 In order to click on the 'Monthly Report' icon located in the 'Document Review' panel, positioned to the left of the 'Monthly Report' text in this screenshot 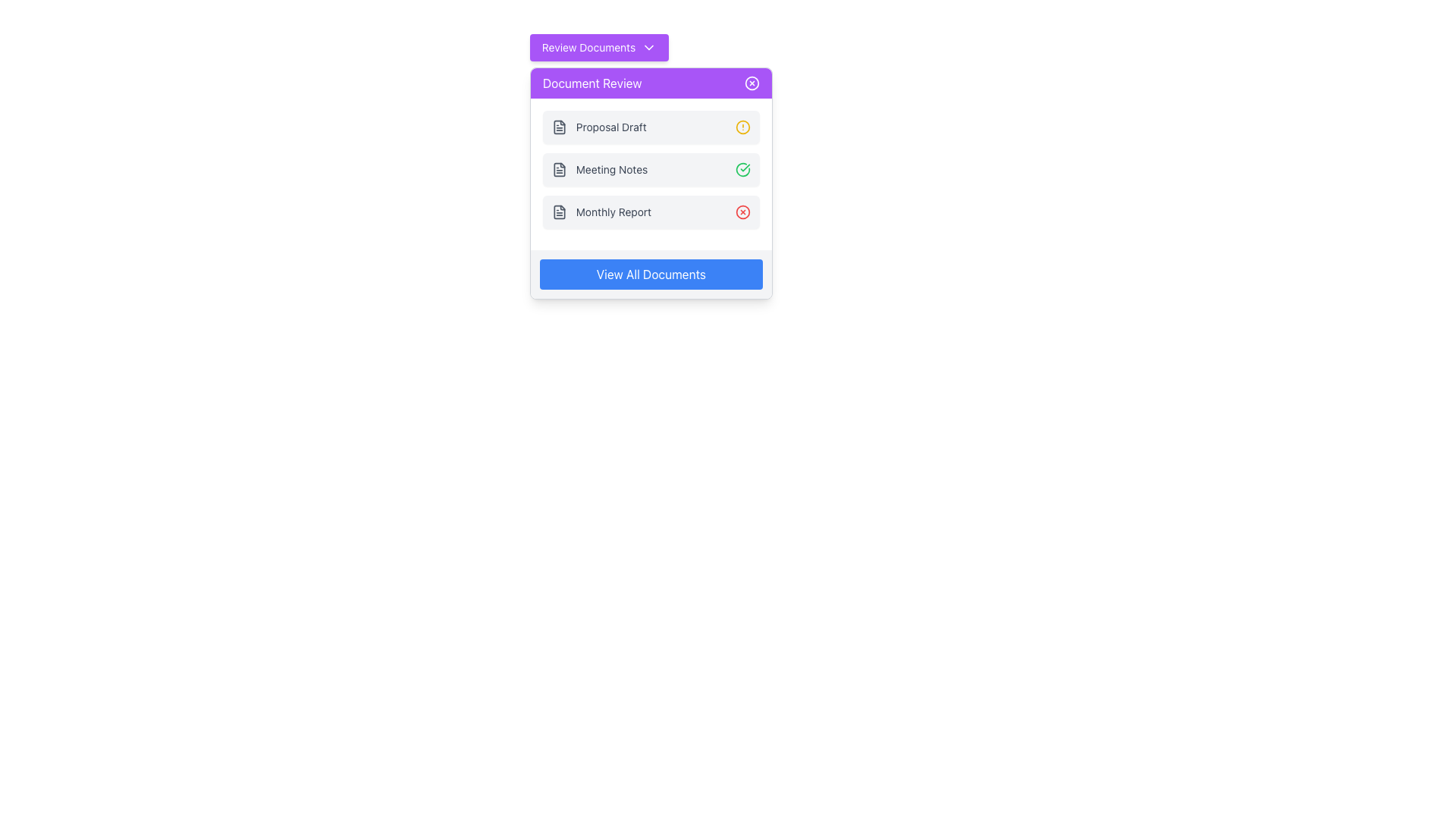, I will do `click(558, 212)`.